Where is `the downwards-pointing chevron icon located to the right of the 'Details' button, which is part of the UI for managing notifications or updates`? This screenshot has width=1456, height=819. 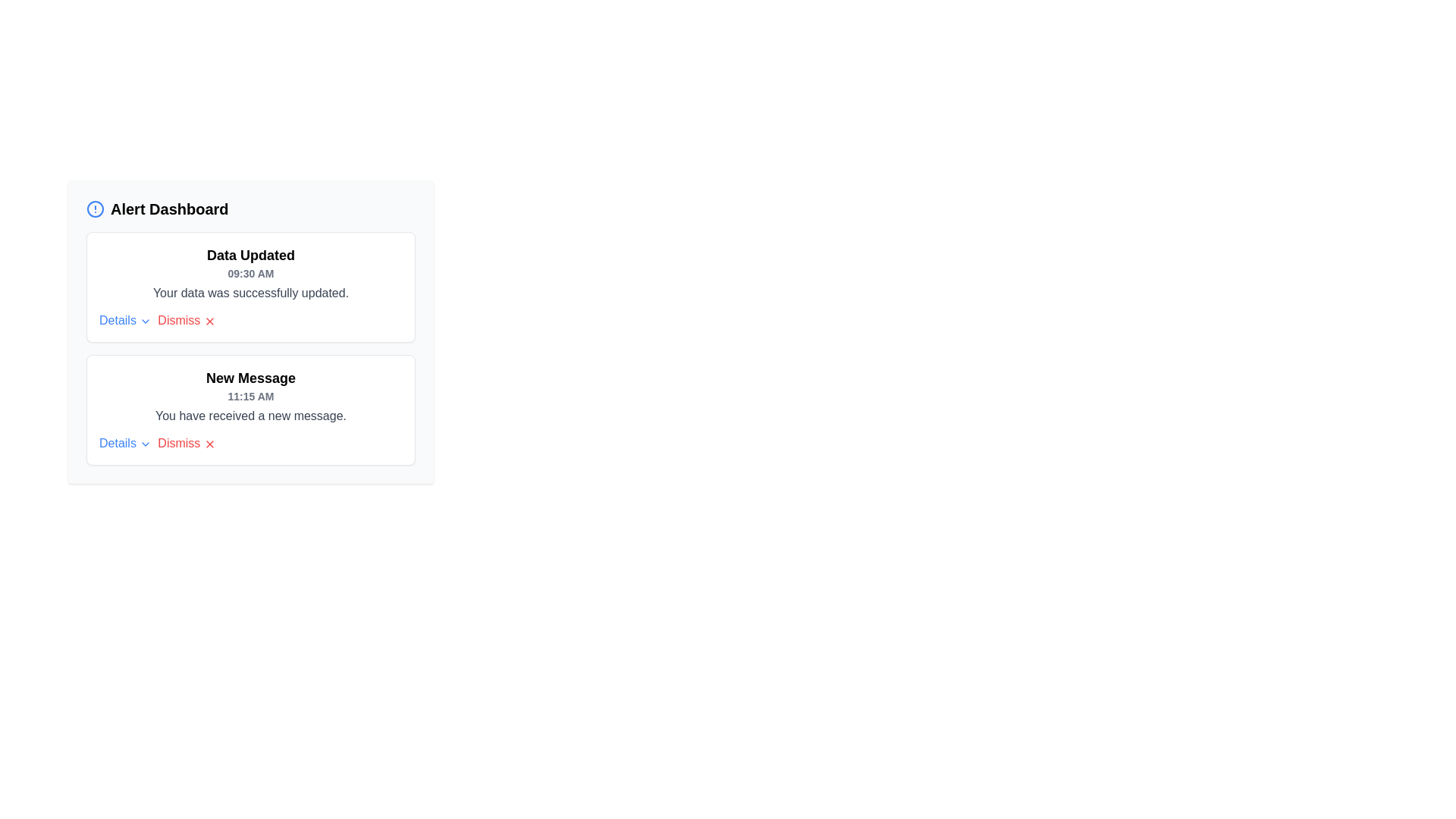 the downwards-pointing chevron icon located to the right of the 'Details' button, which is part of the UI for managing notifications or updates is located at coordinates (146, 320).